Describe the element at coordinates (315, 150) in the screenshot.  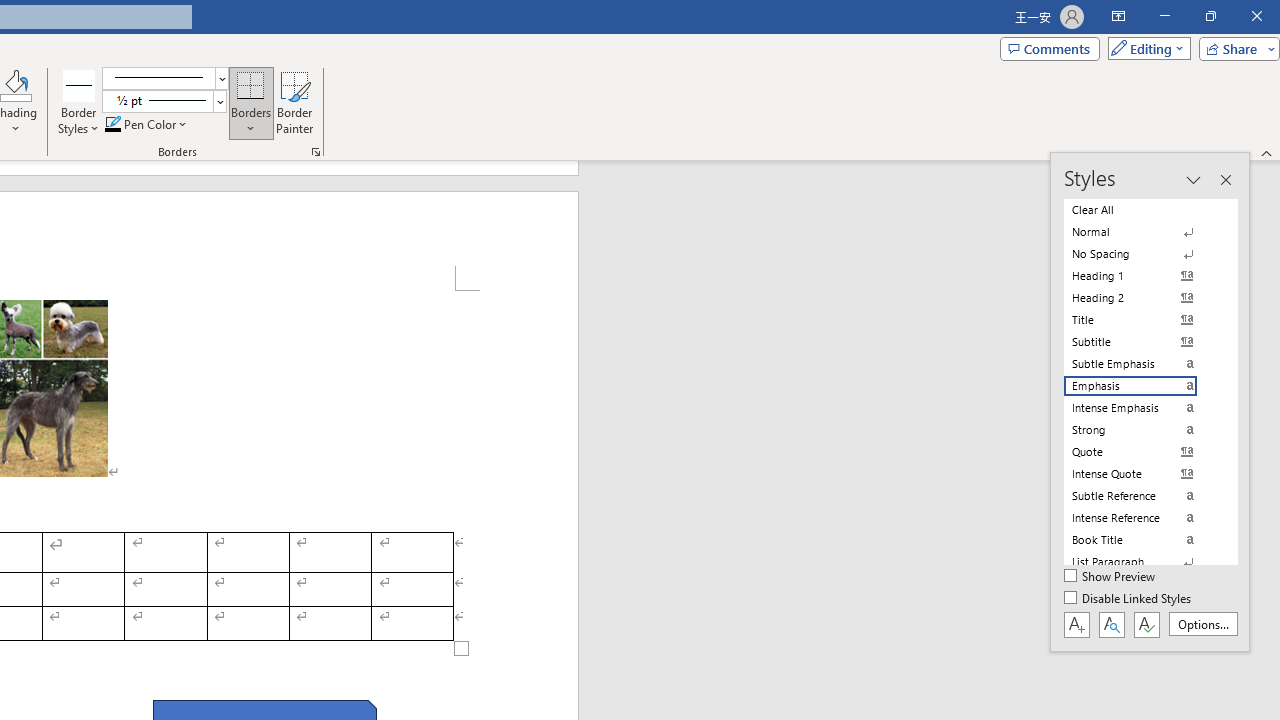
I see `'Borders and Shading...'` at that location.